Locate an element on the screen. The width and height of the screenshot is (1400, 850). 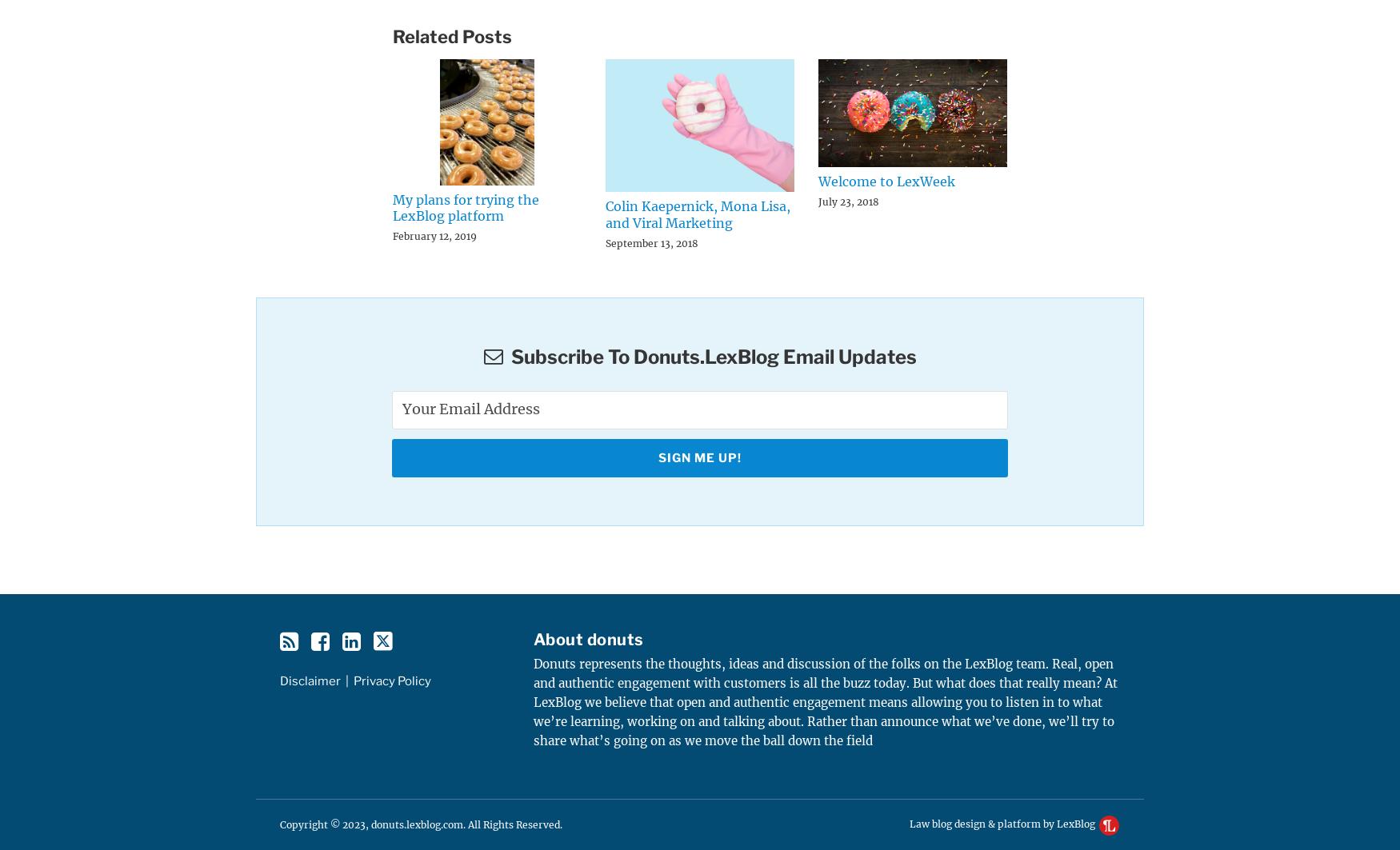
'Colin Kaepernick, Mona Lisa, and Viral Marketing' is located at coordinates (698, 214).